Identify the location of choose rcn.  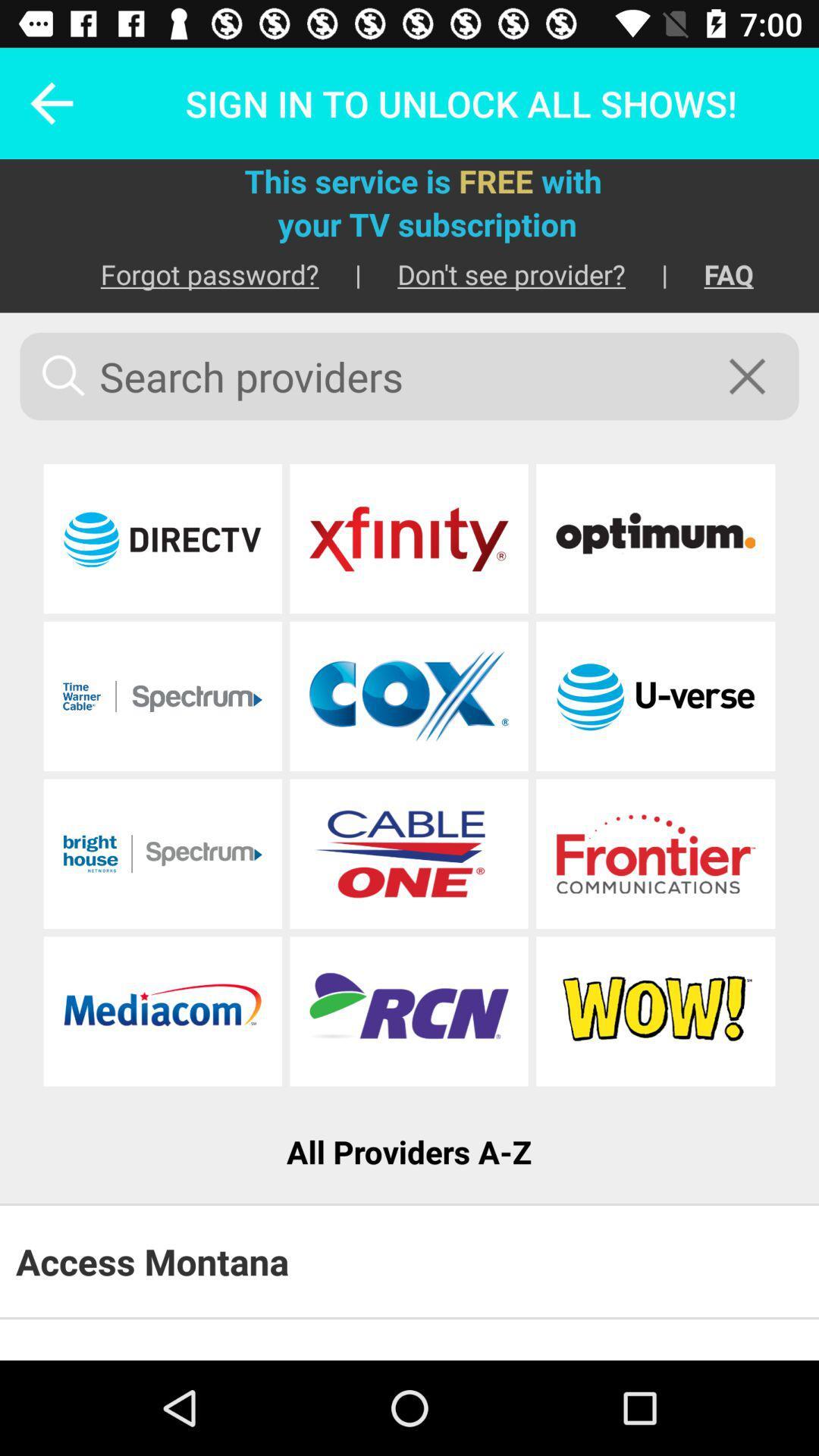
(408, 1011).